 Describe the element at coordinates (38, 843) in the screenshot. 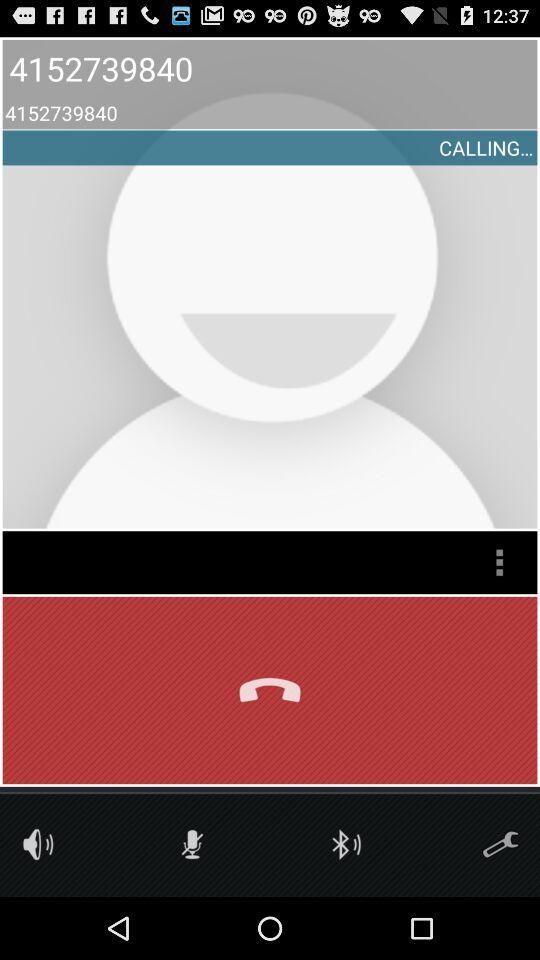

I see `press the sound button` at that location.